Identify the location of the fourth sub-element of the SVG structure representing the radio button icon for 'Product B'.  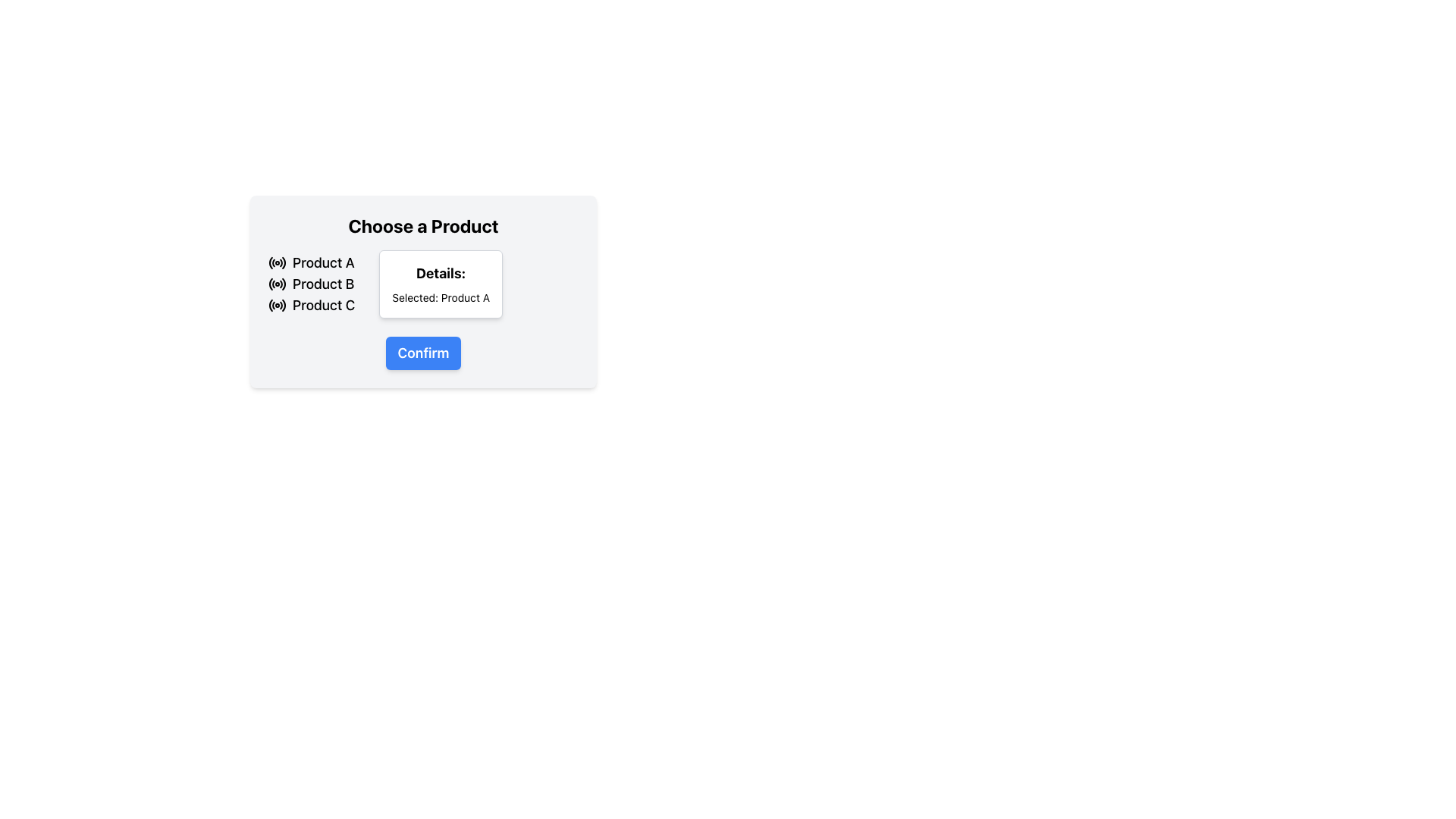
(281, 284).